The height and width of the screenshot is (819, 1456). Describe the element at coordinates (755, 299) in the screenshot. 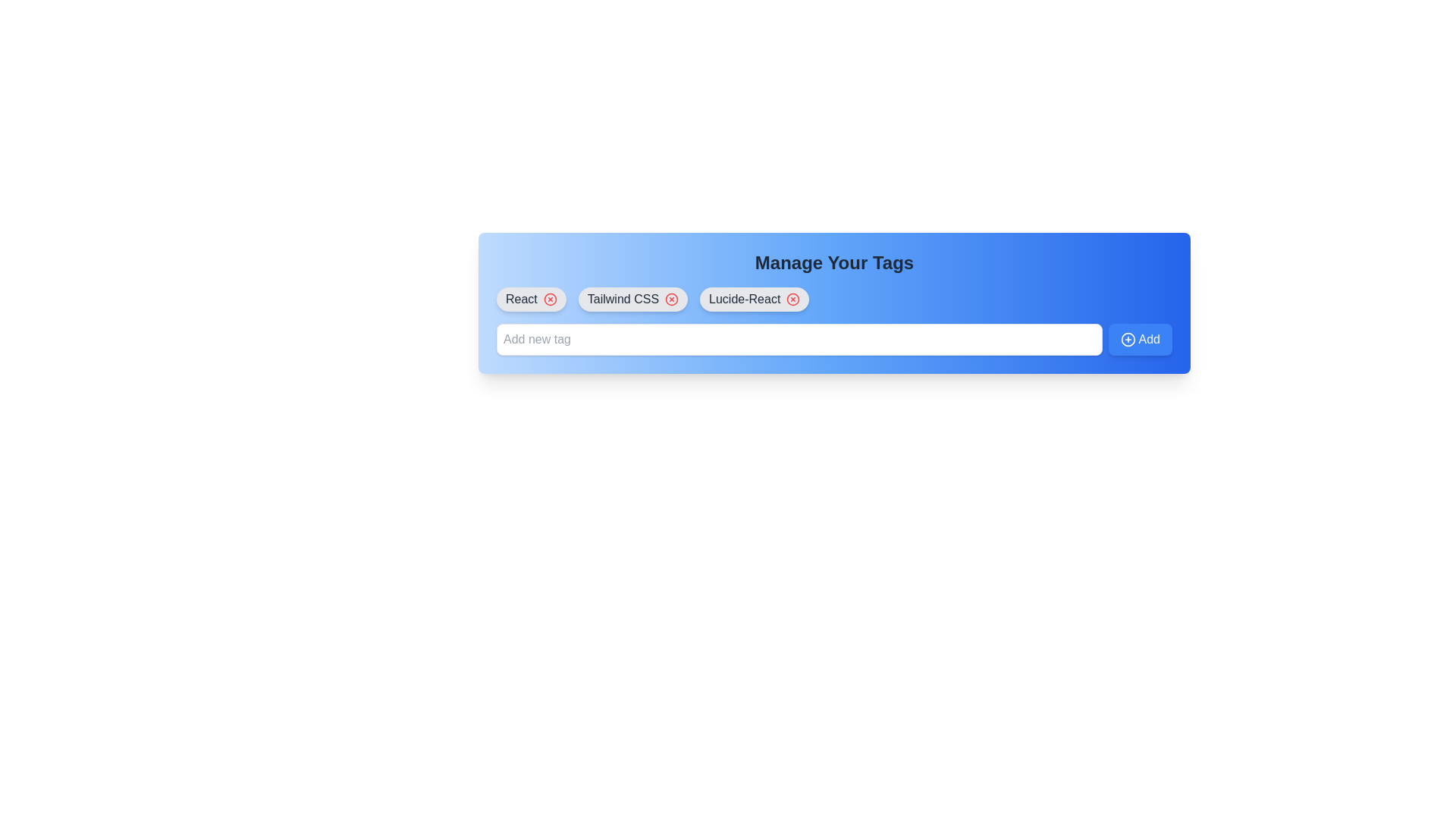

I see `the 'Lucide-React' tag element` at that location.